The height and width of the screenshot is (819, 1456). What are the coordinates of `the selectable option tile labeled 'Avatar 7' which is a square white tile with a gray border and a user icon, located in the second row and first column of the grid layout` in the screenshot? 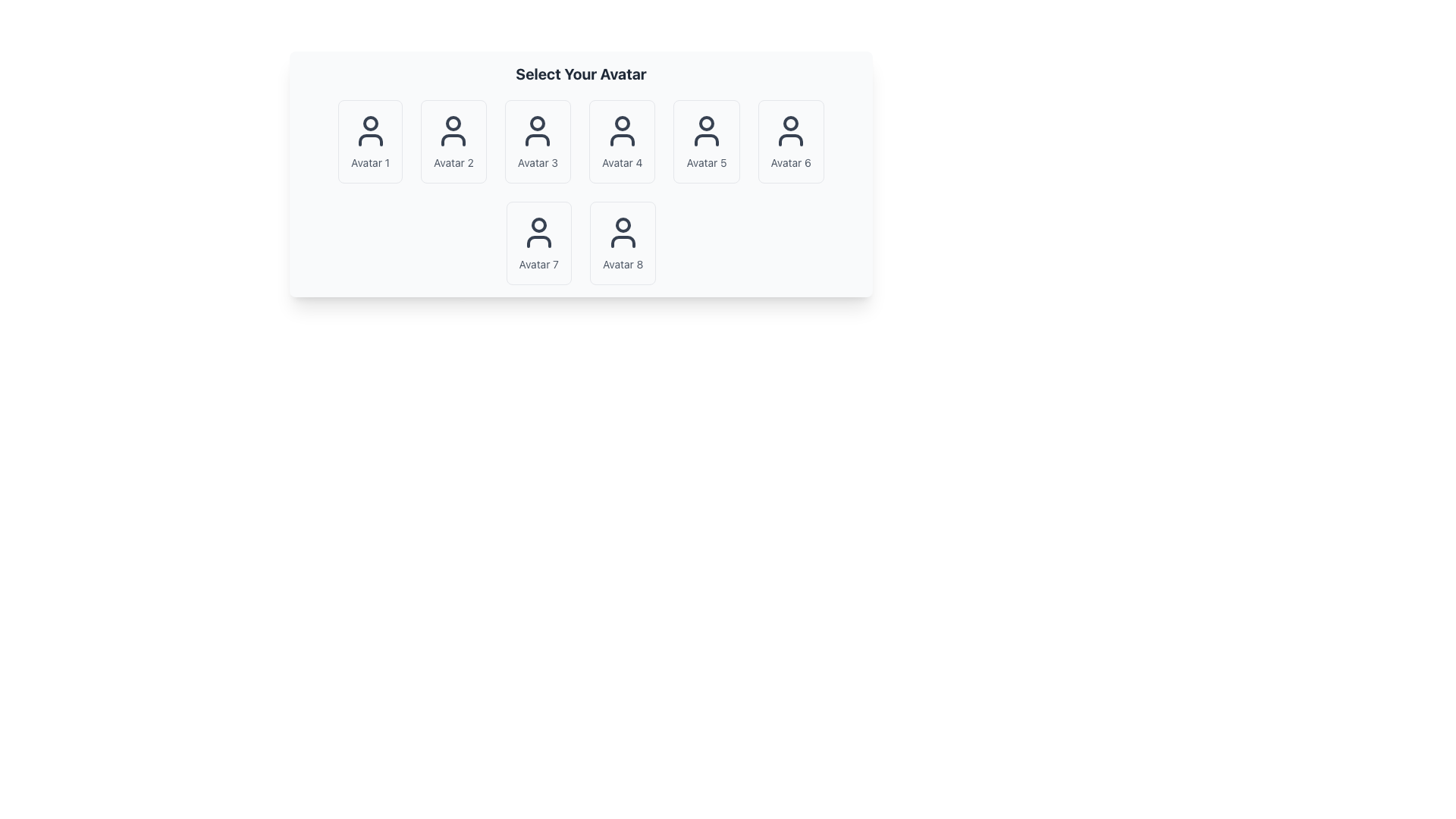 It's located at (538, 242).